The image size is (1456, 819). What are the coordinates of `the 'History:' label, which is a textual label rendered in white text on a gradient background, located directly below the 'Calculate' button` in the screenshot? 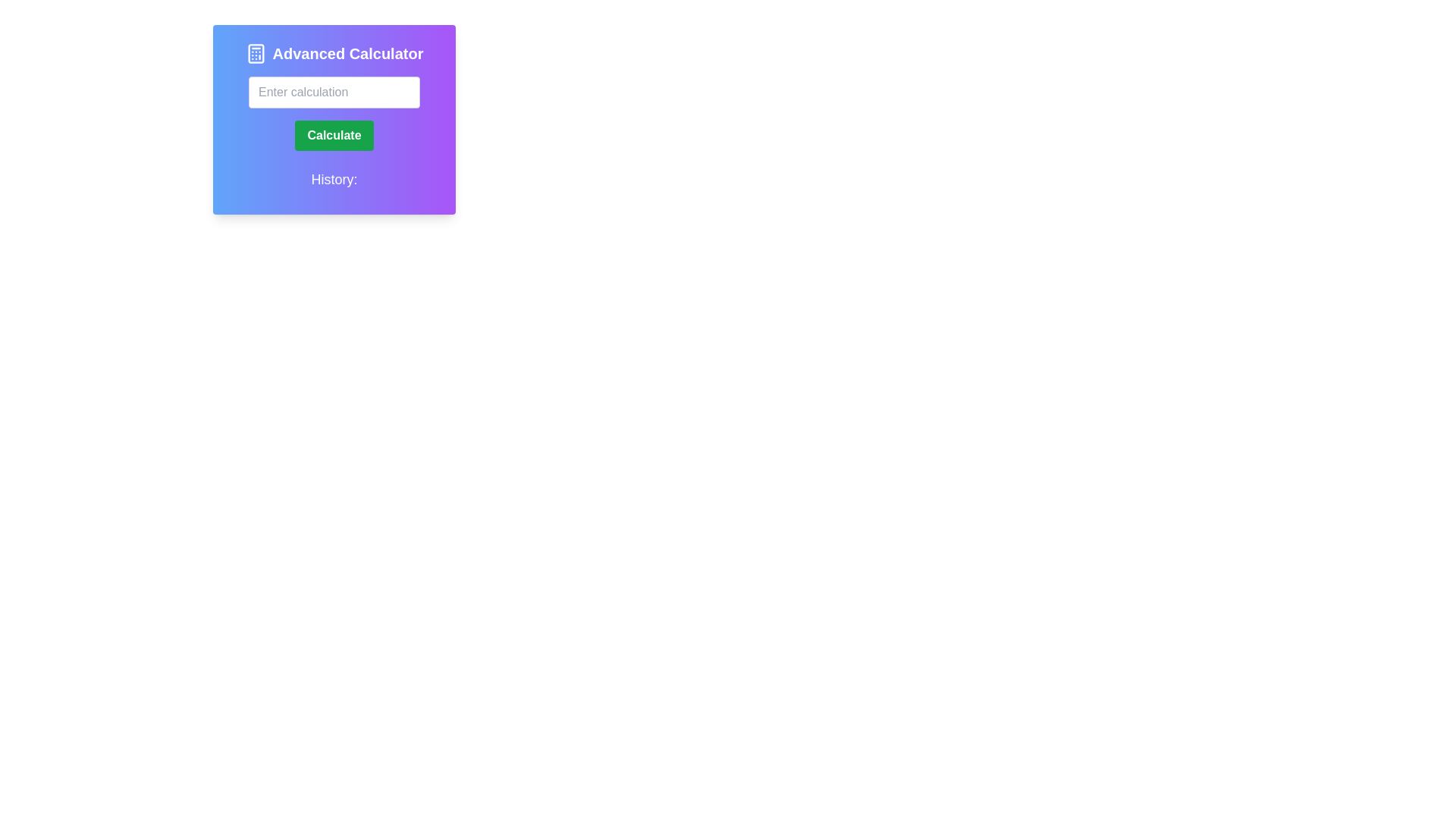 It's located at (334, 181).